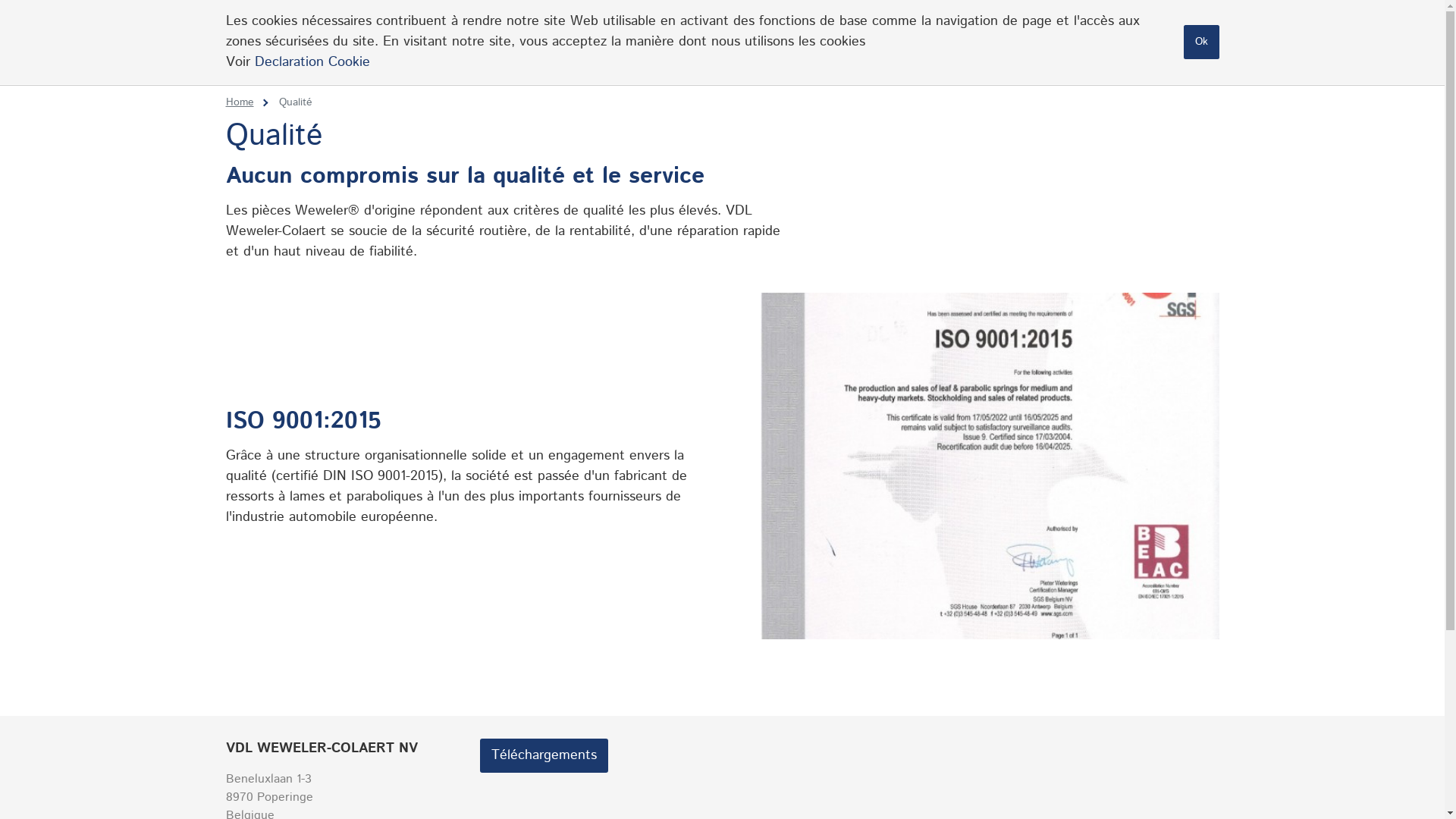 The width and height of the screenshot is (1456, 819). What do you see at coordinates (1147, 21) in the screenshot?
I see `'EN'` at bounding box center [1147, 21].